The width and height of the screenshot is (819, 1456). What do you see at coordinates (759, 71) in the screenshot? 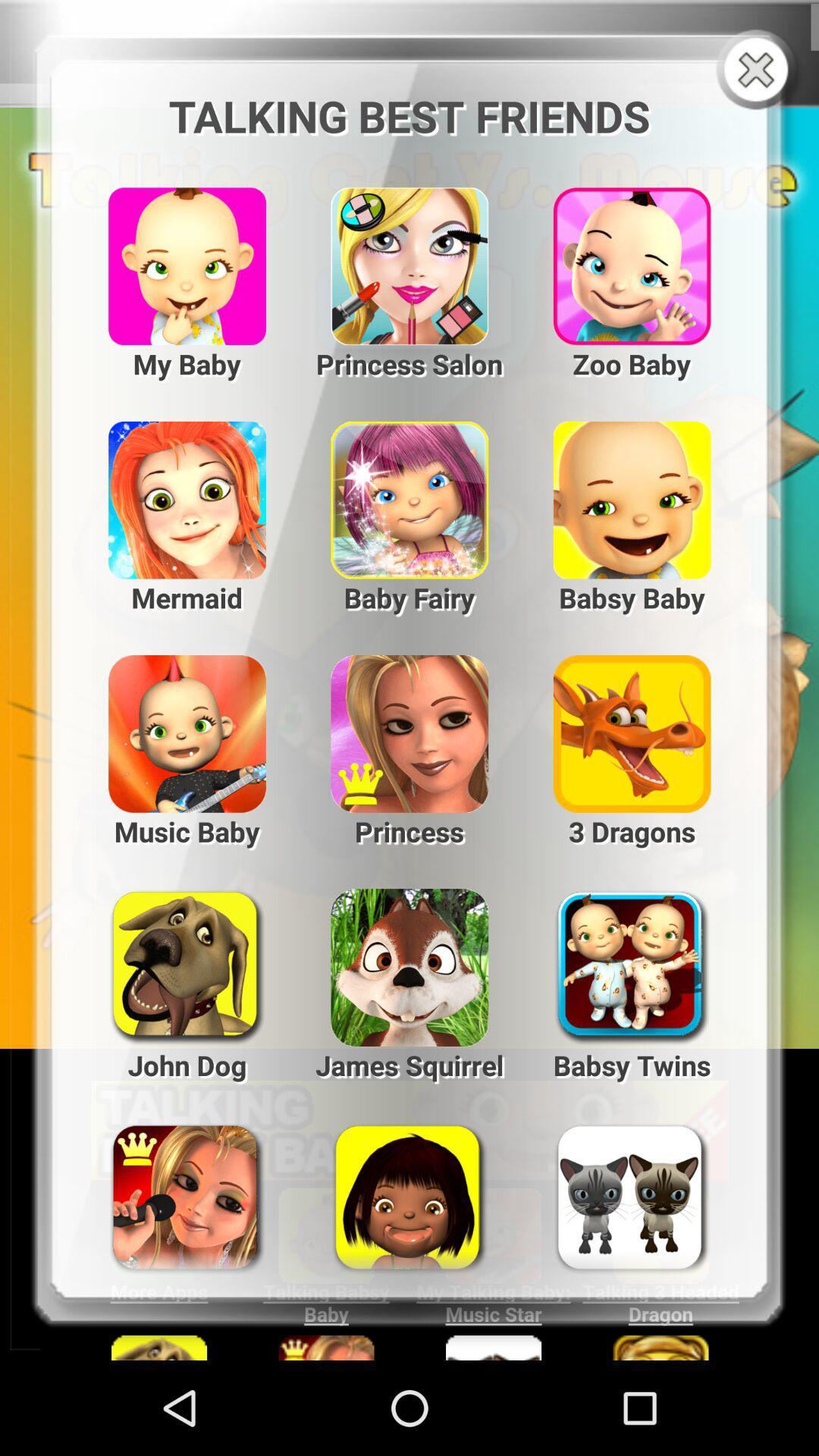
I see `page` at bounding box center [759, 71].